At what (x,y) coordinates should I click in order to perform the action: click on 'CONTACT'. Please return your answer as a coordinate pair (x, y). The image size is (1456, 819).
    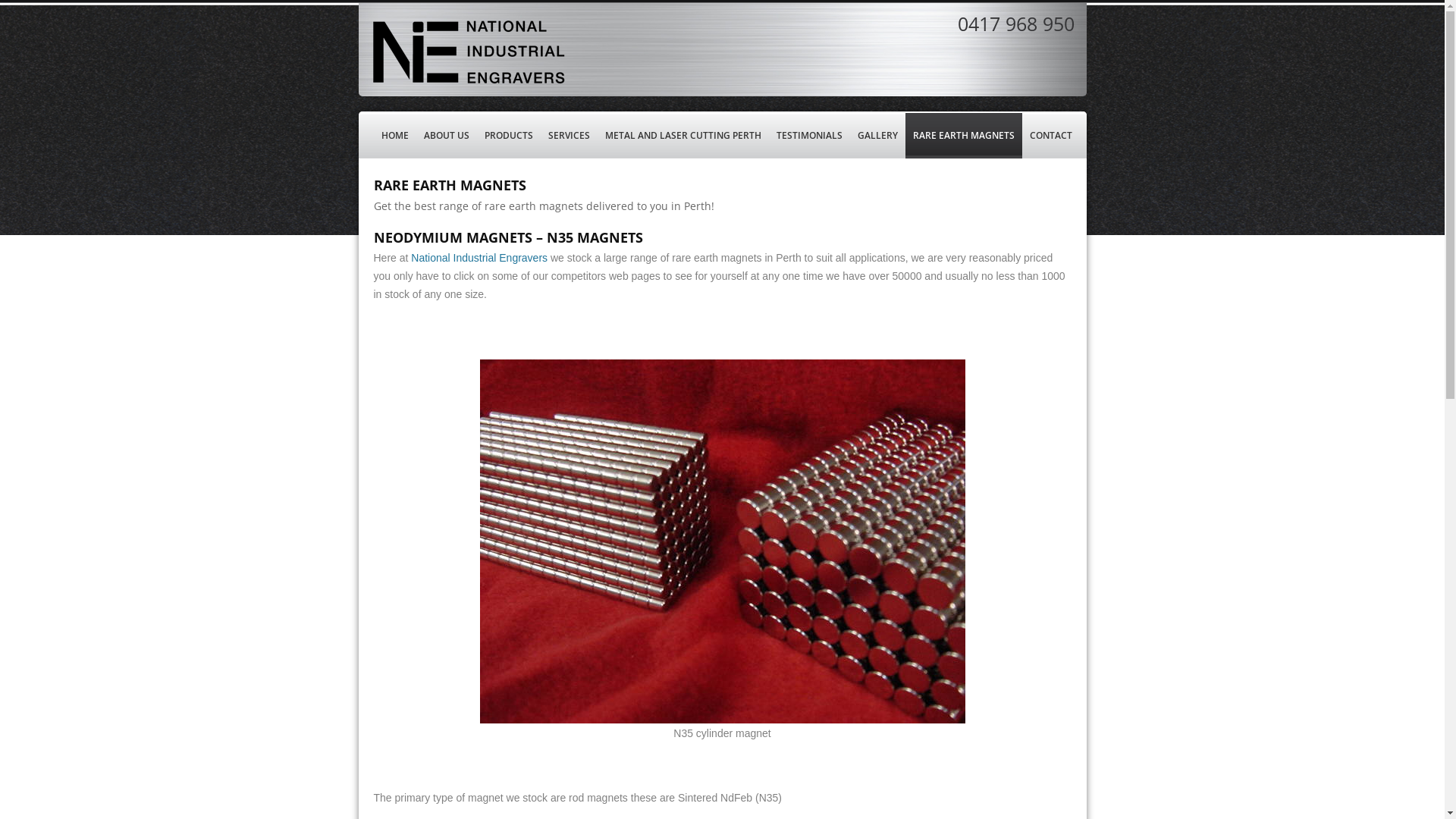
    Looking at the image, I should click on (1022, 134).